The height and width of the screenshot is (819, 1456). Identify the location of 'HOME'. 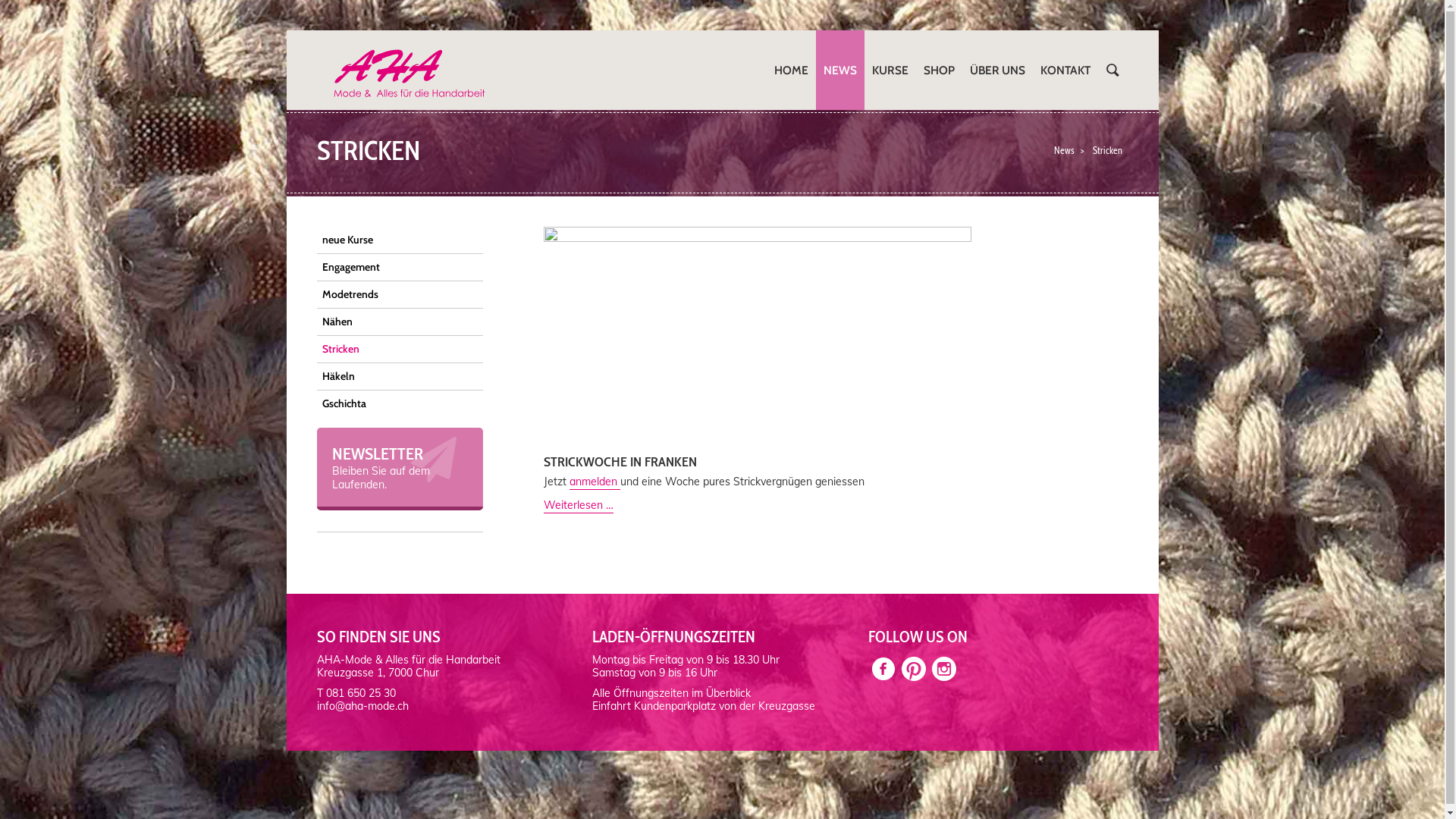
(789, 70).